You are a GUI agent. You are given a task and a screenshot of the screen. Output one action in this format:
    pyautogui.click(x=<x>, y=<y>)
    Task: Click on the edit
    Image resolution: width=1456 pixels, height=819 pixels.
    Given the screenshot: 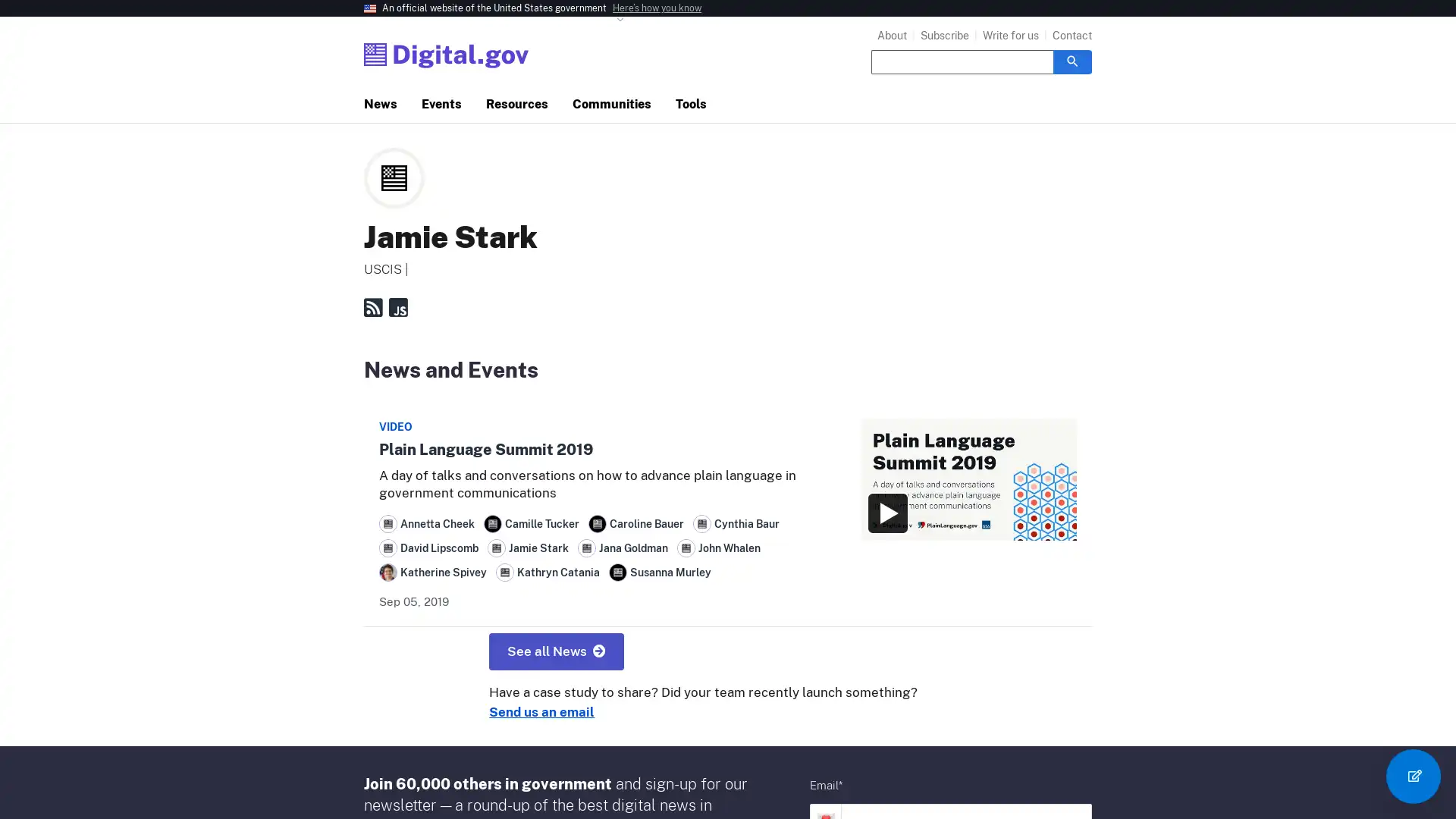 What is the action you would take?
    pyautogui.click(x=1412, y=776)
    